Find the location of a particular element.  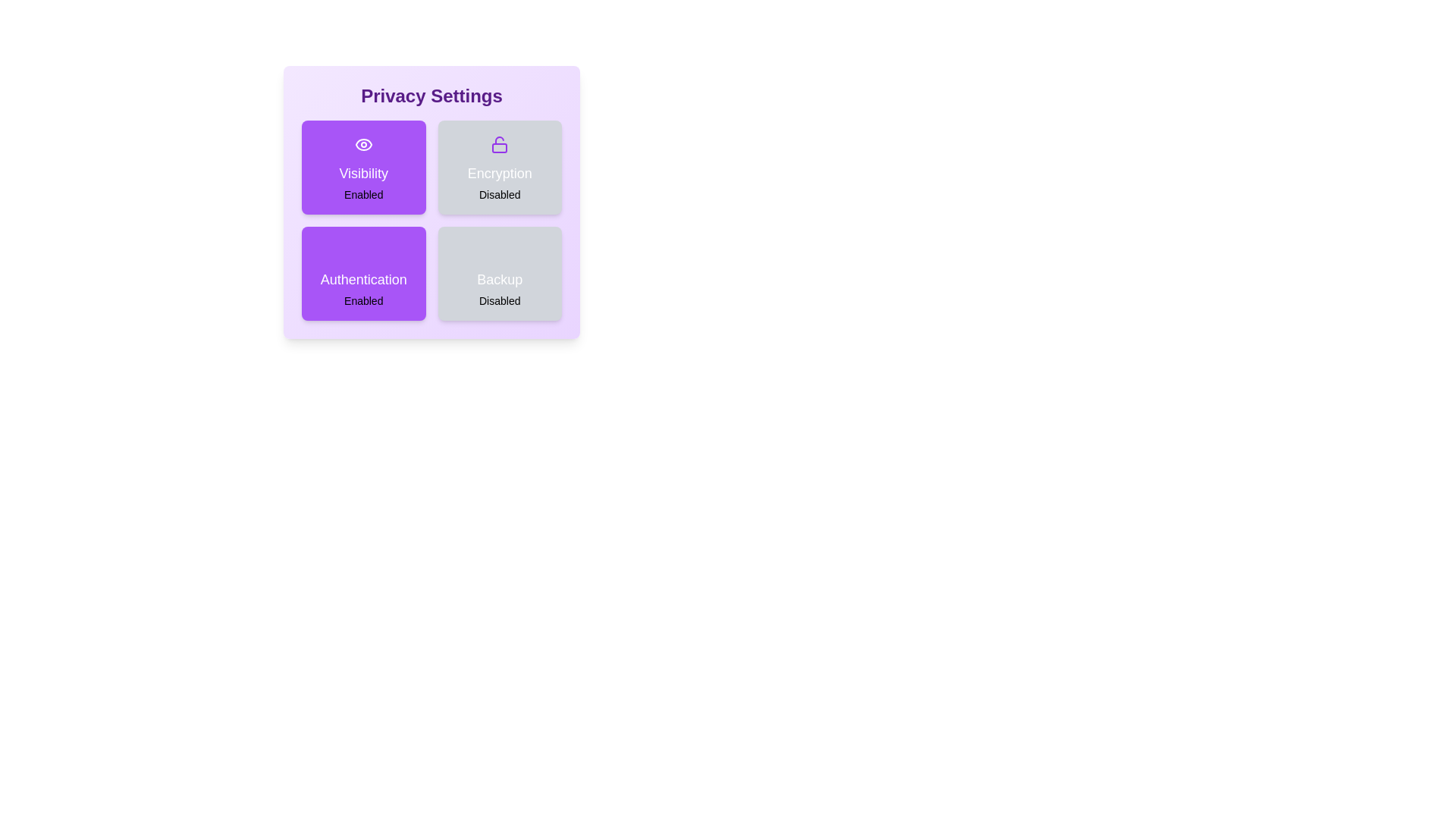

the Visibility card to observe its animation is located at coordinates (362, 167).